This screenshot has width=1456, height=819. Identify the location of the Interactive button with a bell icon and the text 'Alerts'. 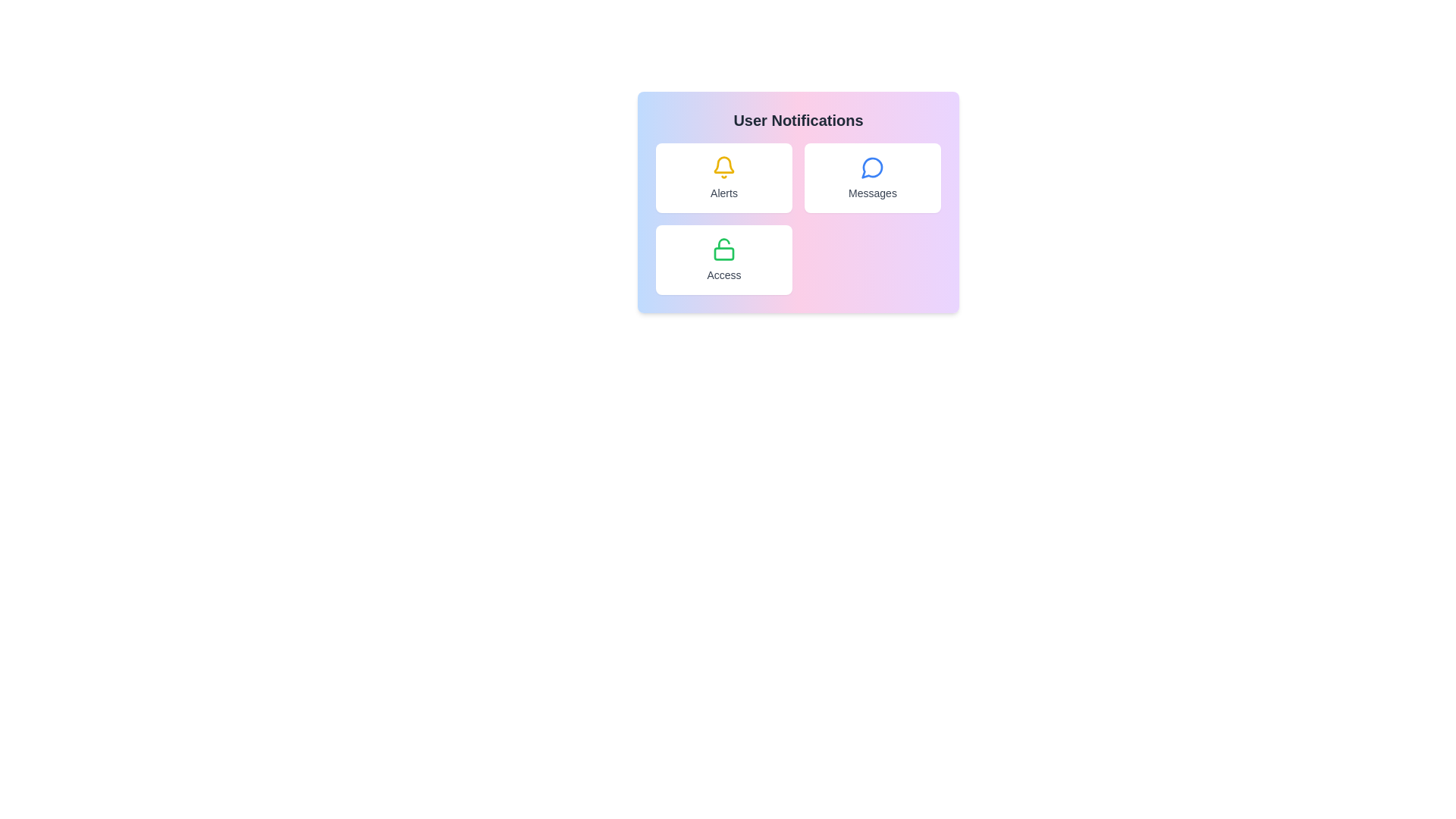
(723, 177).